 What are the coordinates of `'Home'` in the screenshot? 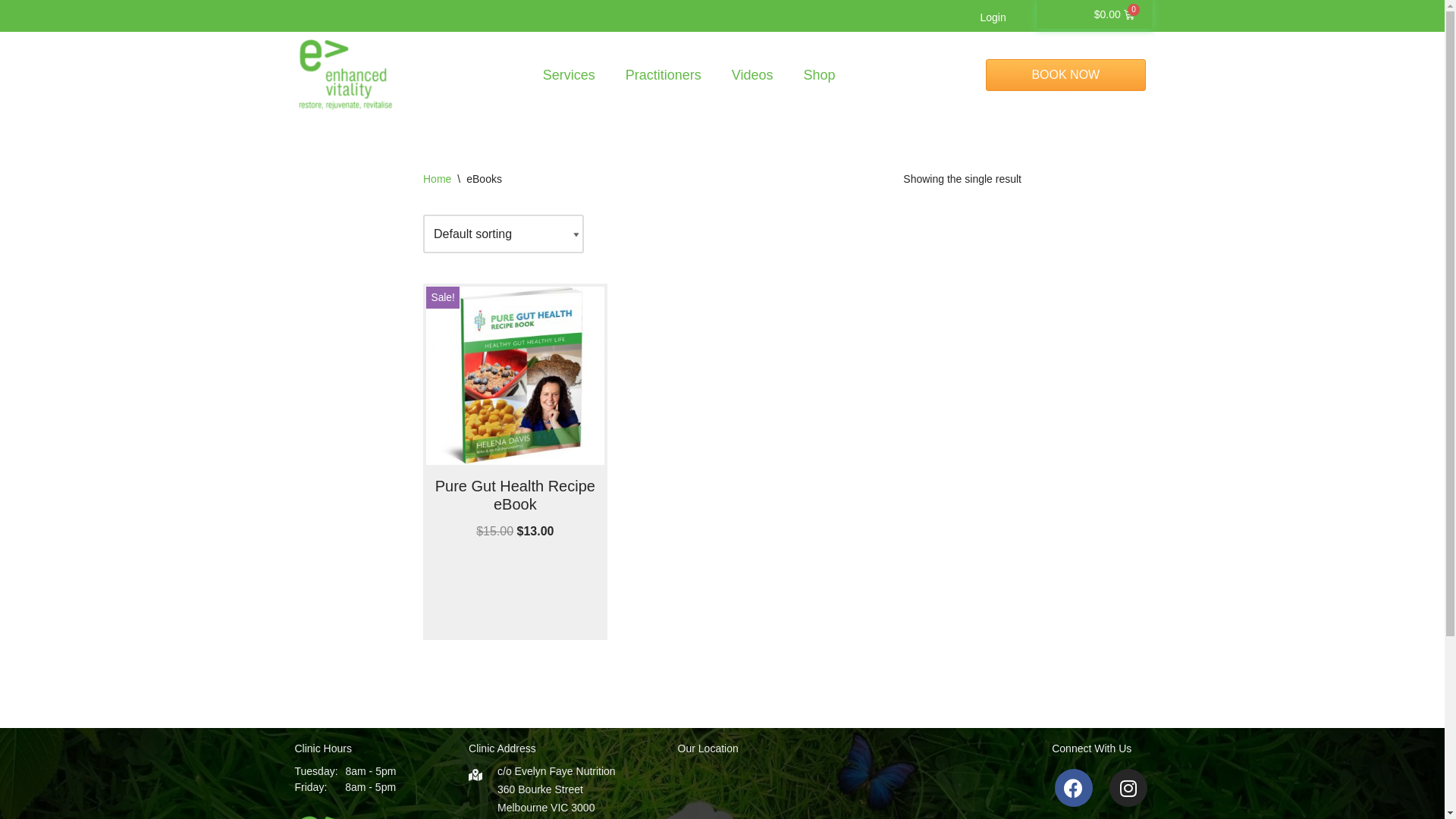 It's located at (436, 177).